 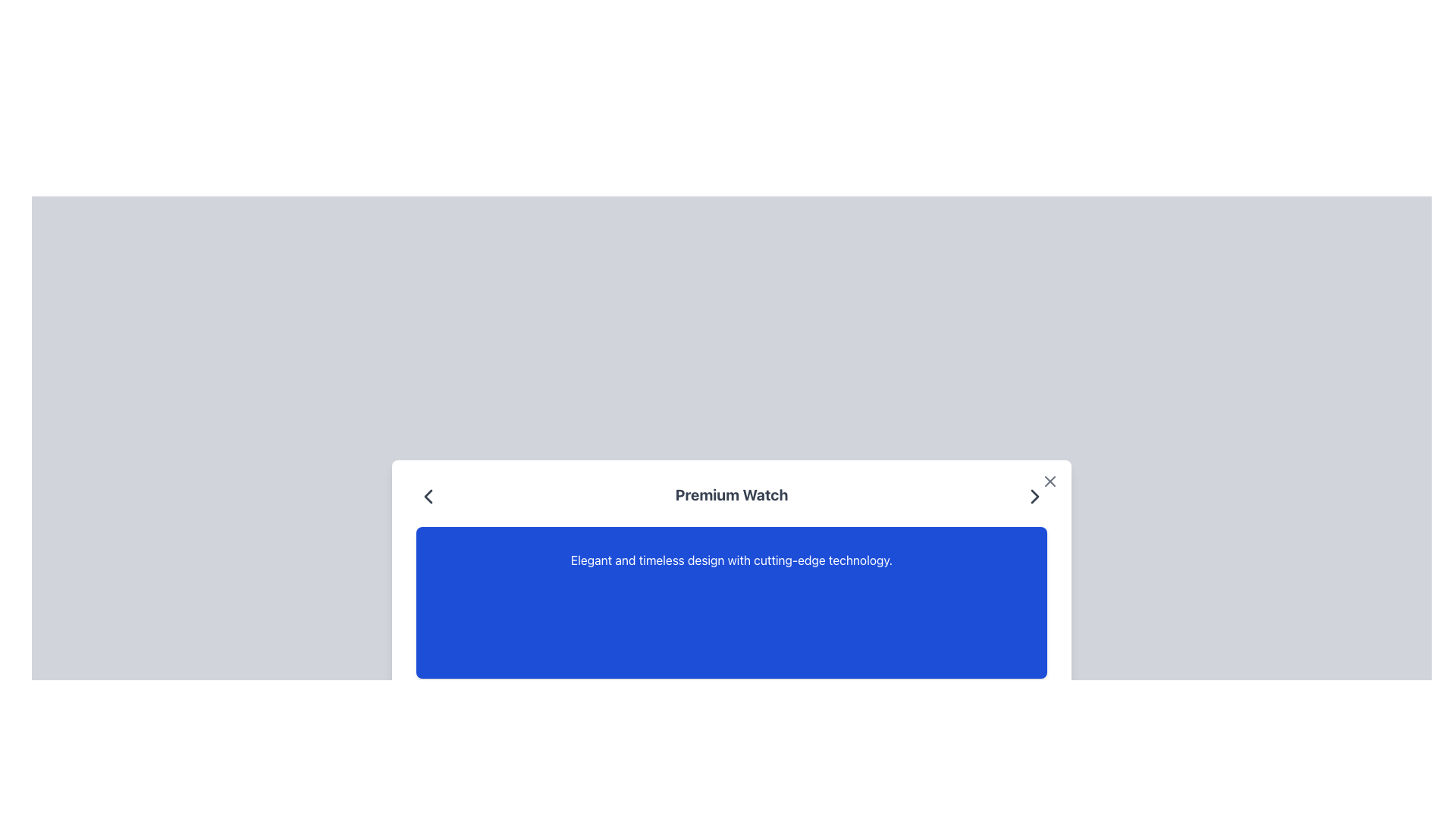 I want to click on the 'Premium Watch' text label, so click(x=731, y=497).